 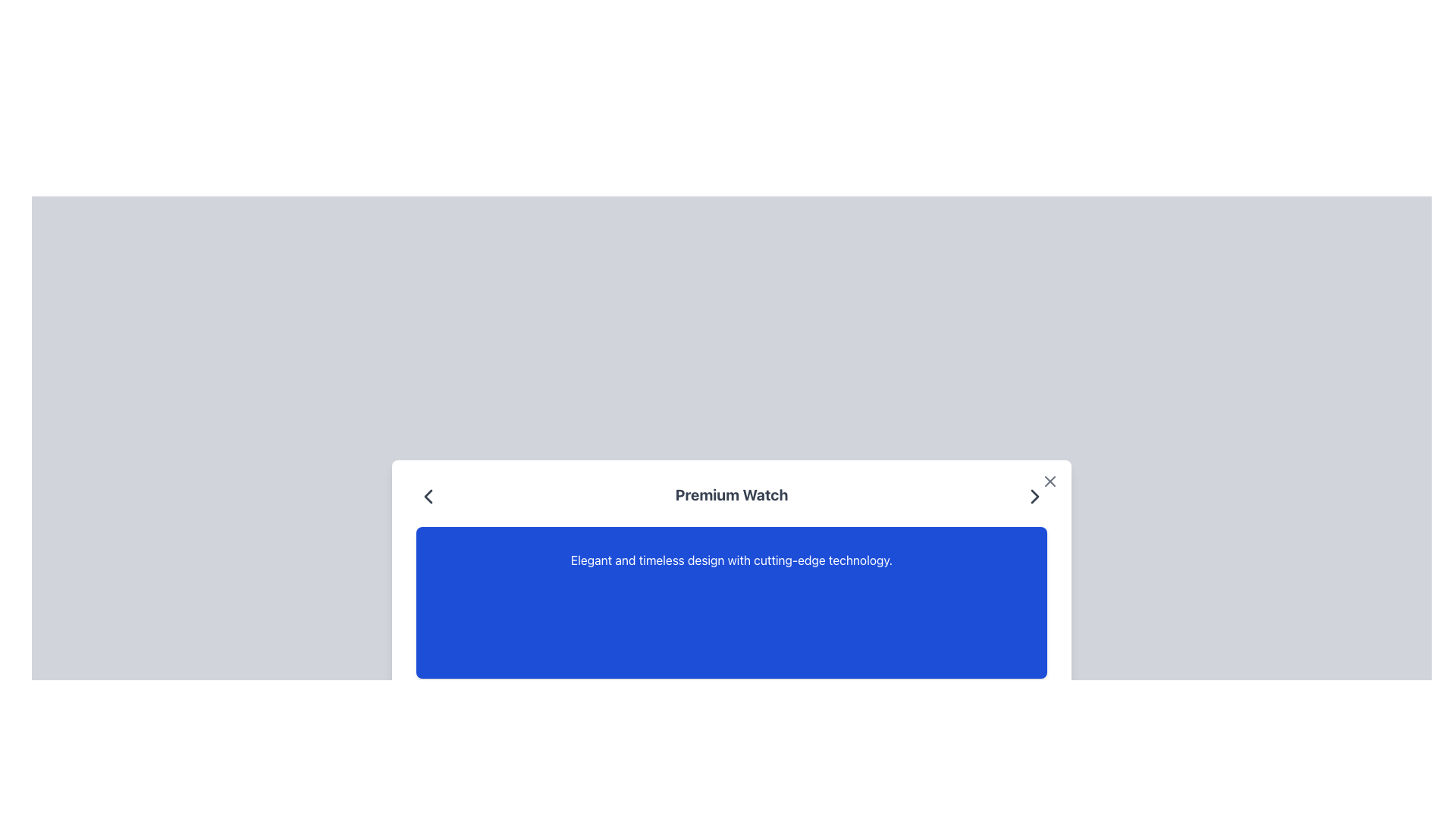 I want to click on the 'Premium Watch' text label, so click(x=731, y=497).